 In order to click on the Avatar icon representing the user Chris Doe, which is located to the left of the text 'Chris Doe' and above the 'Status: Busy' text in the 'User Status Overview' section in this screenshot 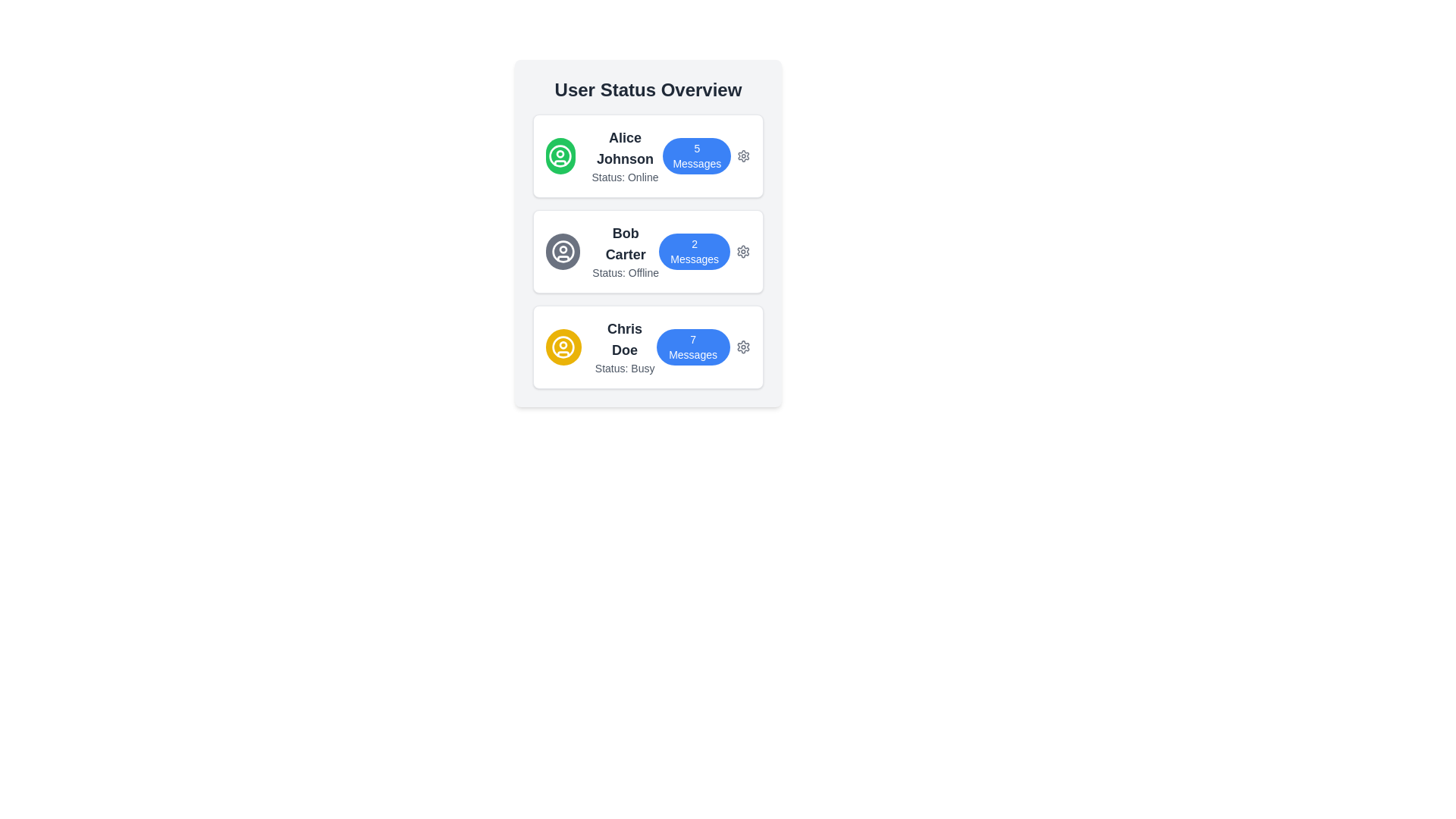, I will do `click(563, 347)`.